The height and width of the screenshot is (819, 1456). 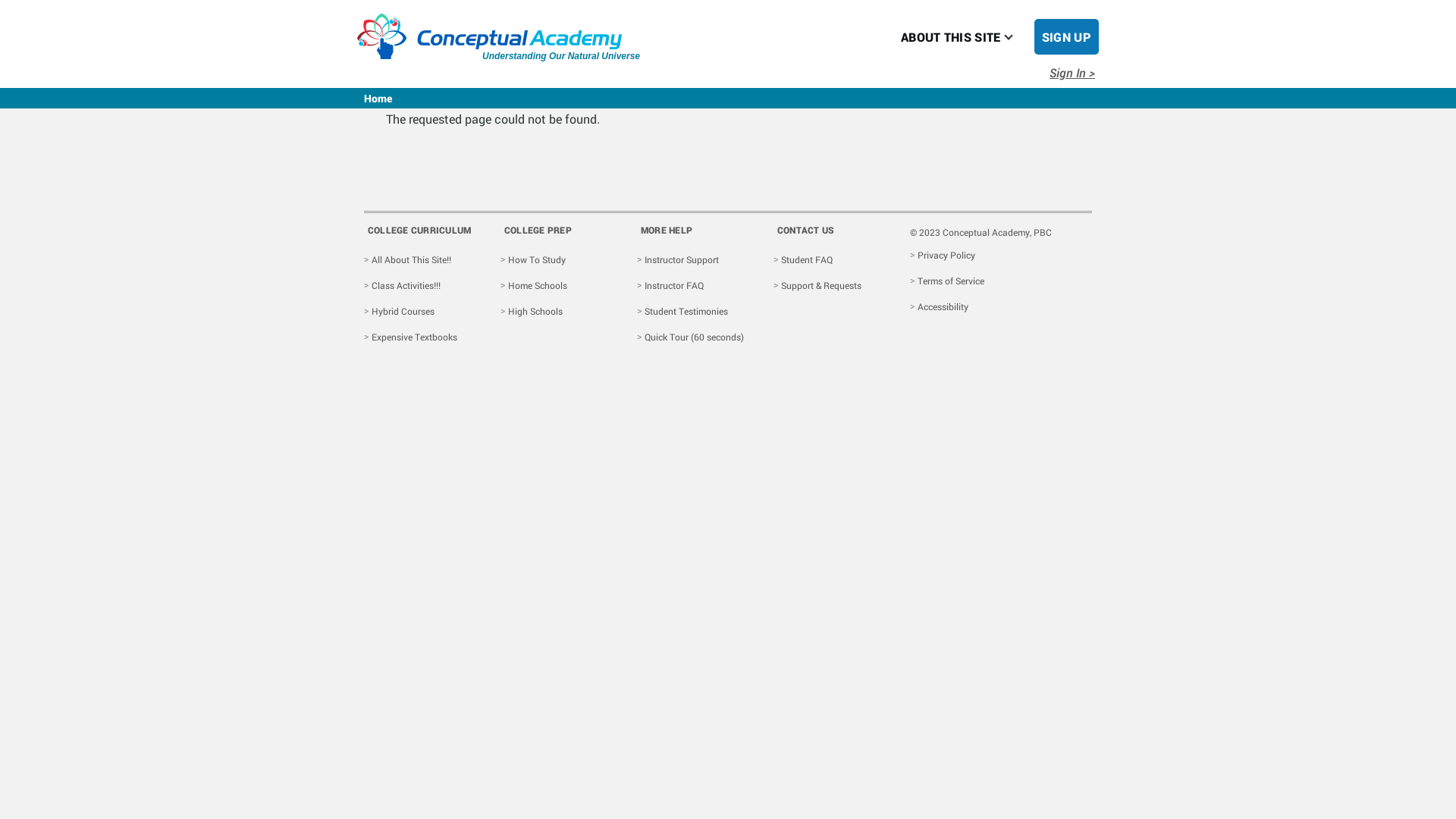 I want to click on 'Privacy Policy', so click(x=946, y=253).